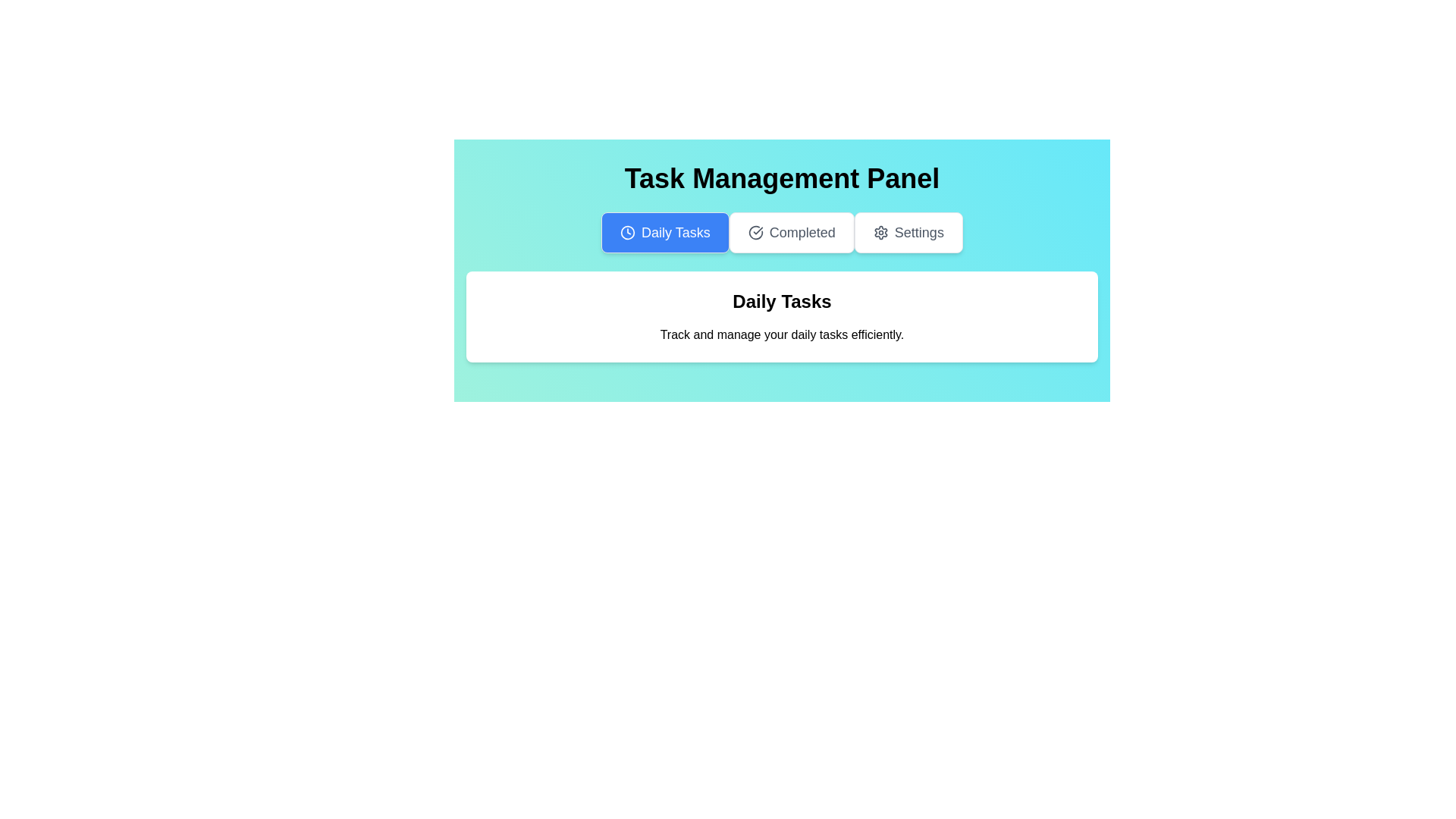 This screenshot has width=1456, height=819. I want to click on the circular outline that forms the body of the clock icon within the 'Daily Tasks' button, which is styled with a clean stroke in a minimalist design, so click(628, 233).